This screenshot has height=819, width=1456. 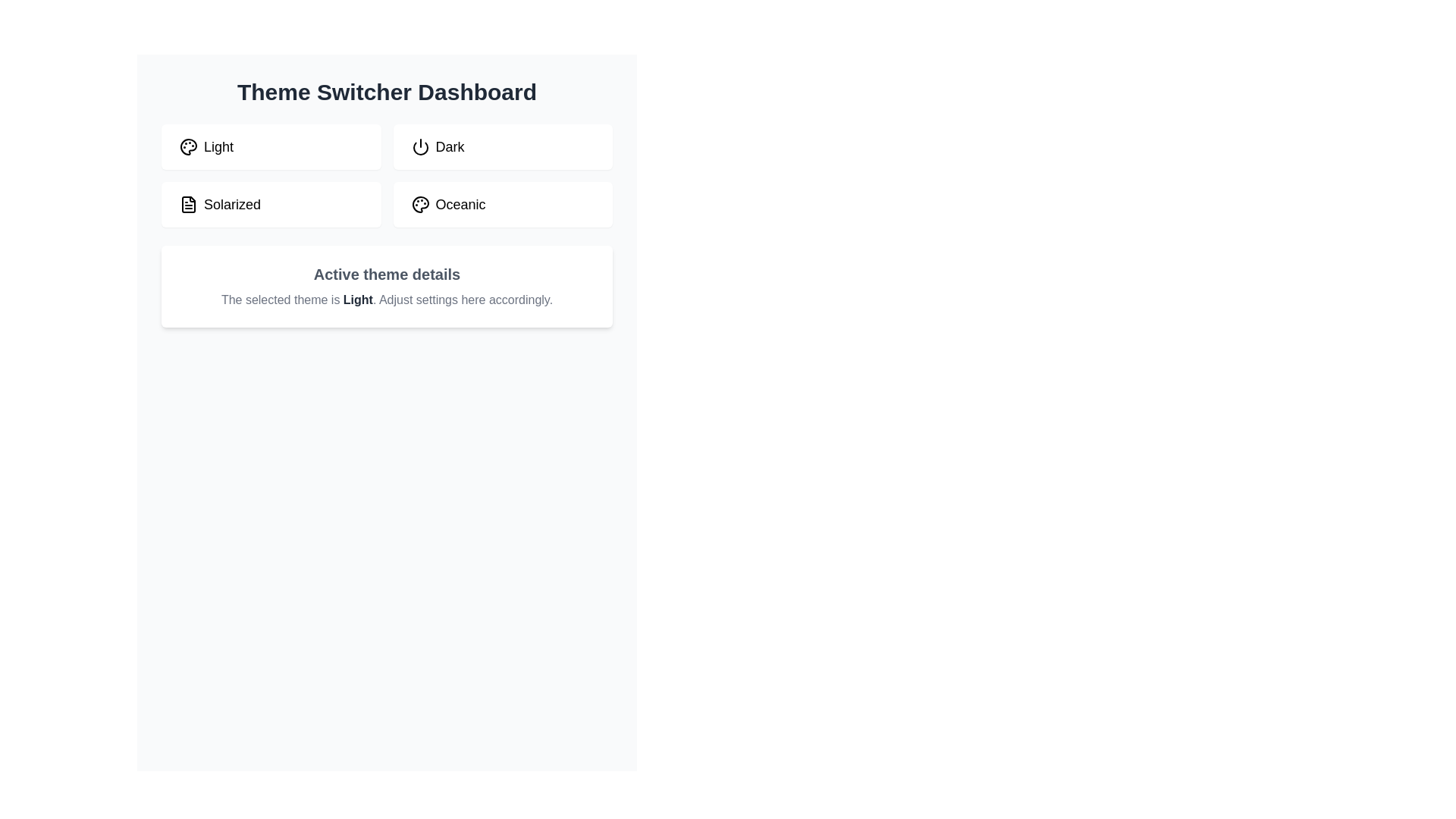 I want to click on the 'Solarized' theme button, located in the second column and first row of the themes grid, so click(x=188, y=205).